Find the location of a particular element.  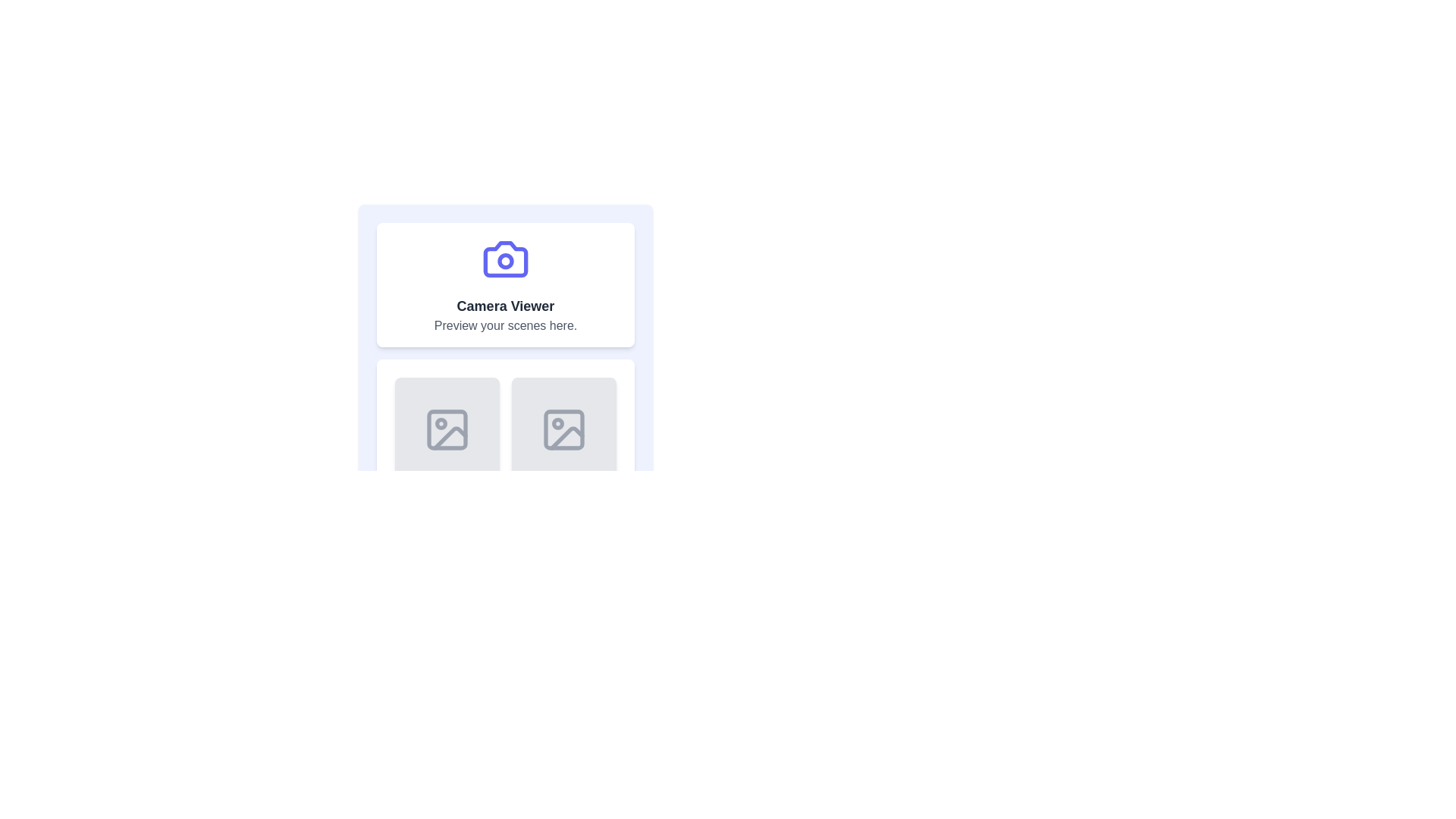

the small circular dot located at the center of the camera icon with an indigo outline in the 'Camera Viewer' card is located at coordinates (506, 259).